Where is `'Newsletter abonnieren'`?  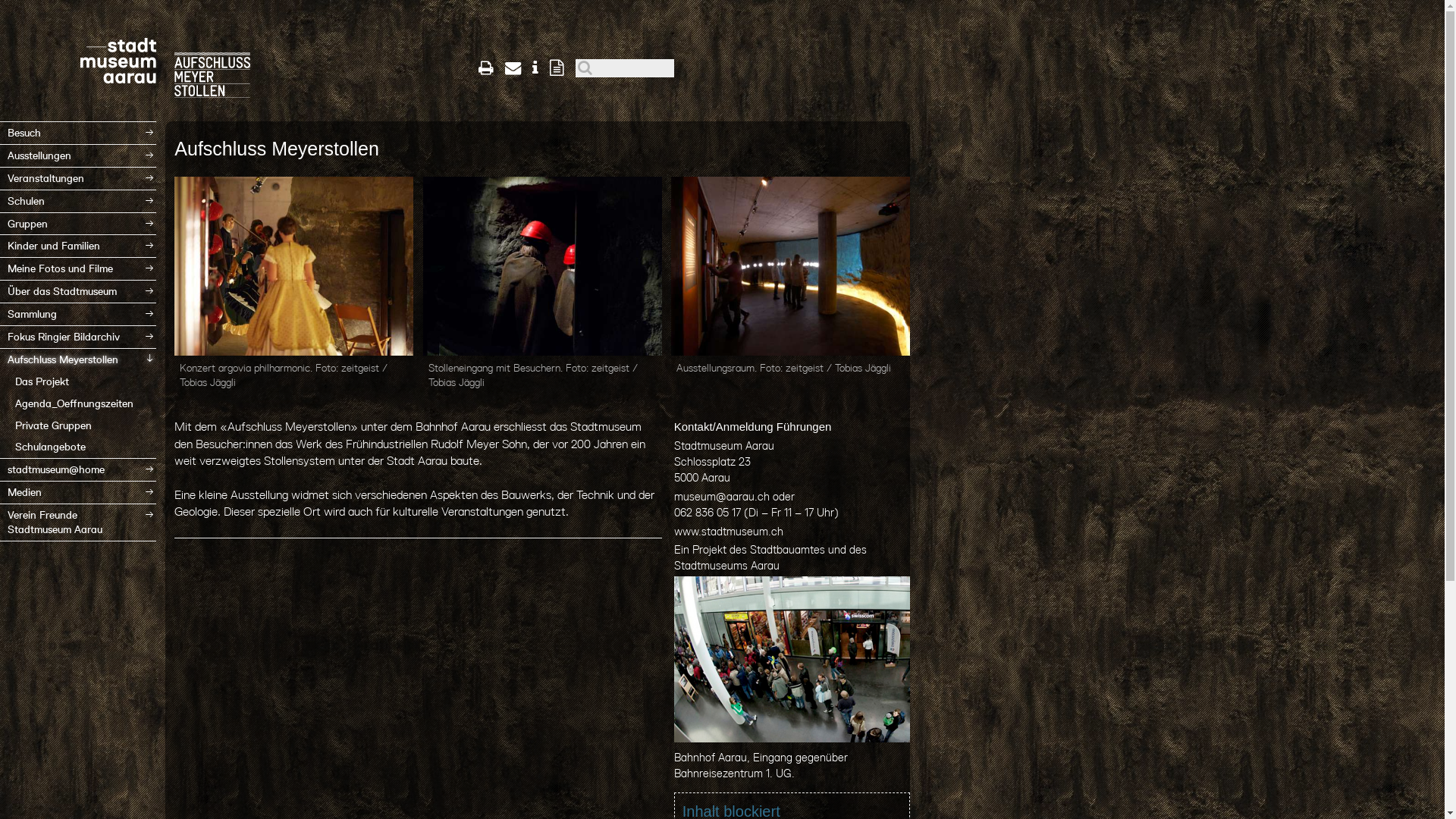
'Newsletter abonnieren' is located at coordinates (556, 67).